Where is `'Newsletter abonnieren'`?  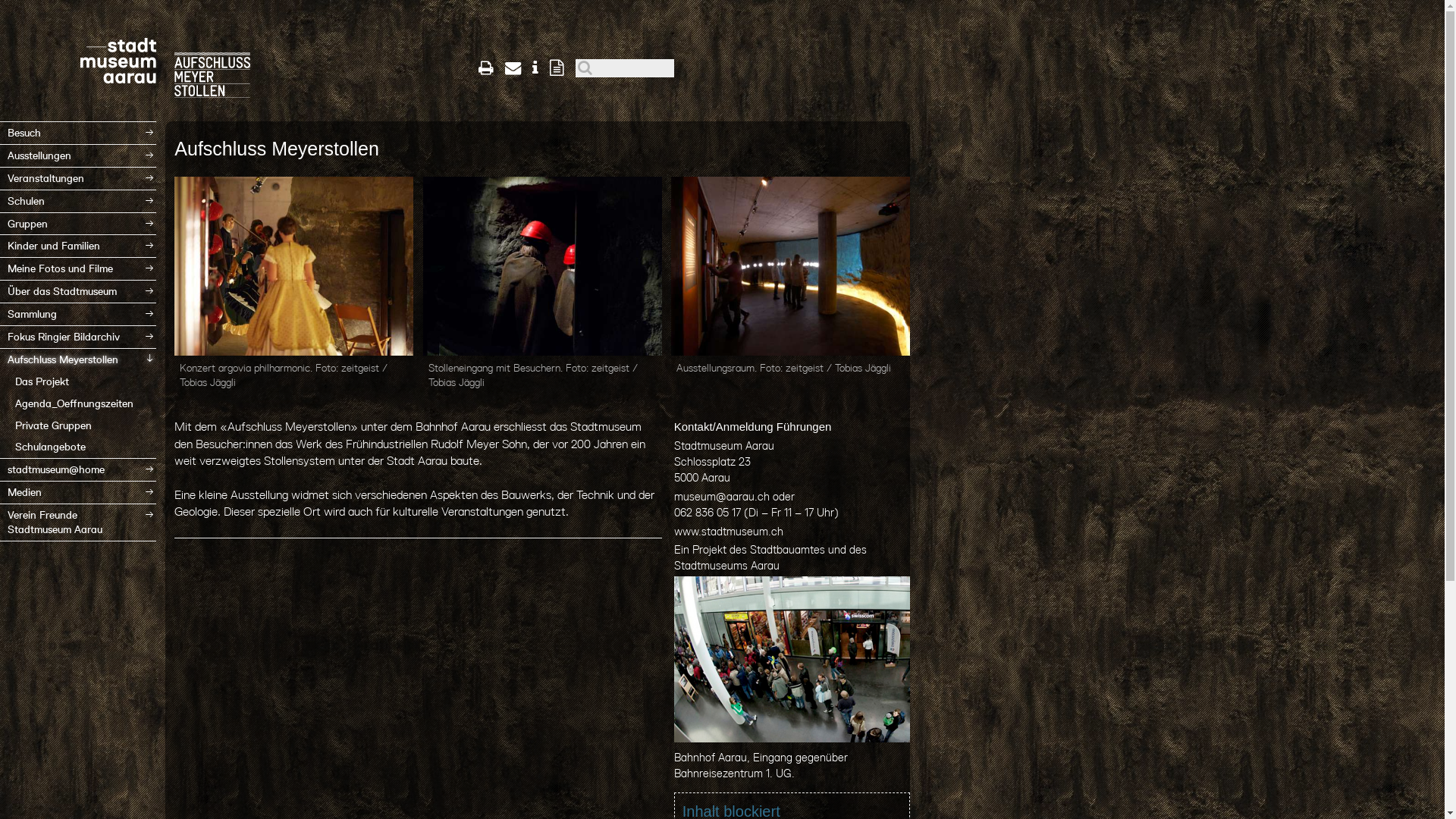
'Newsletter abonnieren' is located at coordinates (556, 67).